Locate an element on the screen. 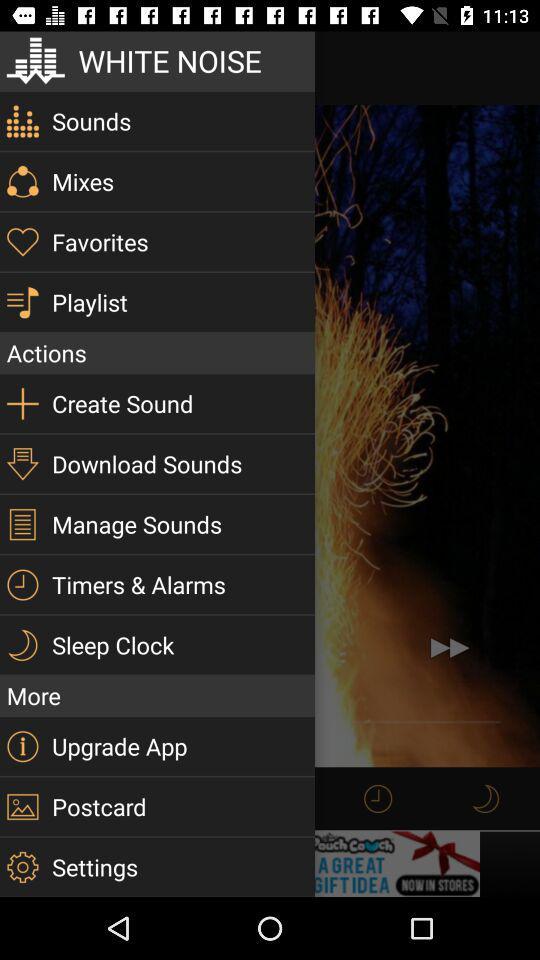  the music icon is located at coordinates (484, 798).